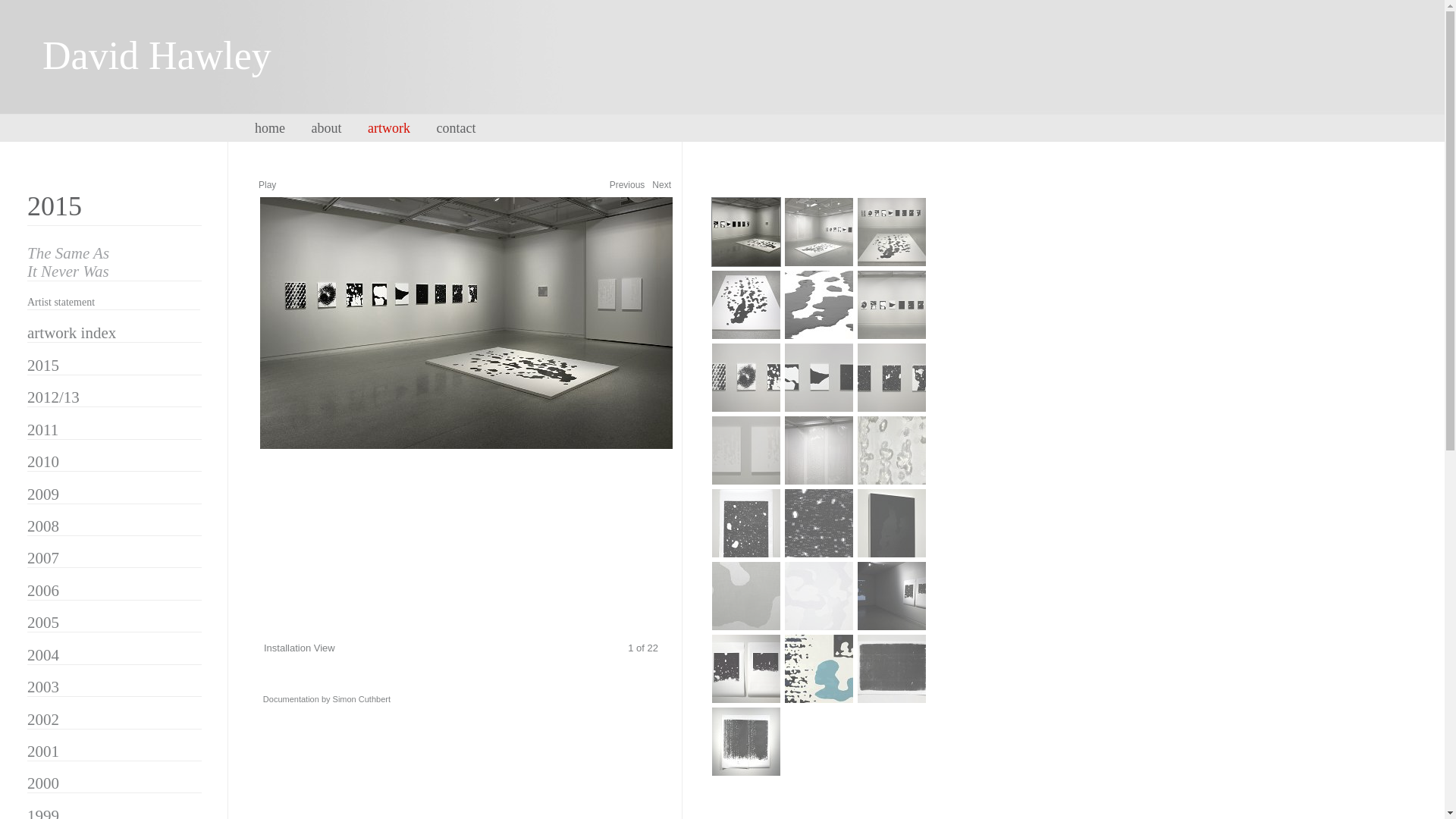 The image size is (1456, 819). I want to click on '2009', so click(27, 494).